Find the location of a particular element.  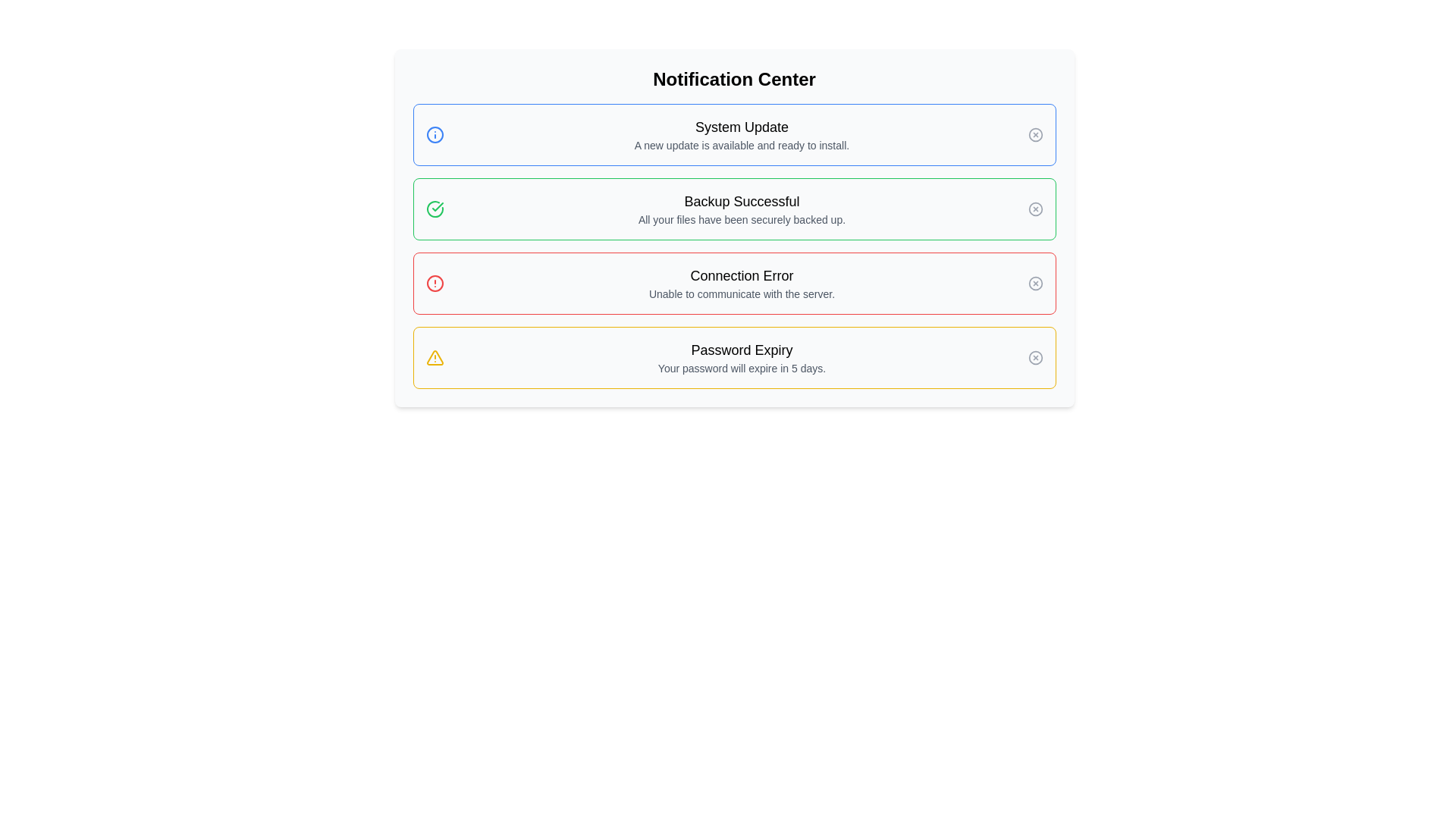

the yellow triangular alert icon located in the fourth notification panel, near the text 'Password Expiry Your password will expire in 5 days.' to see more details is located at coordinates (434, 357).